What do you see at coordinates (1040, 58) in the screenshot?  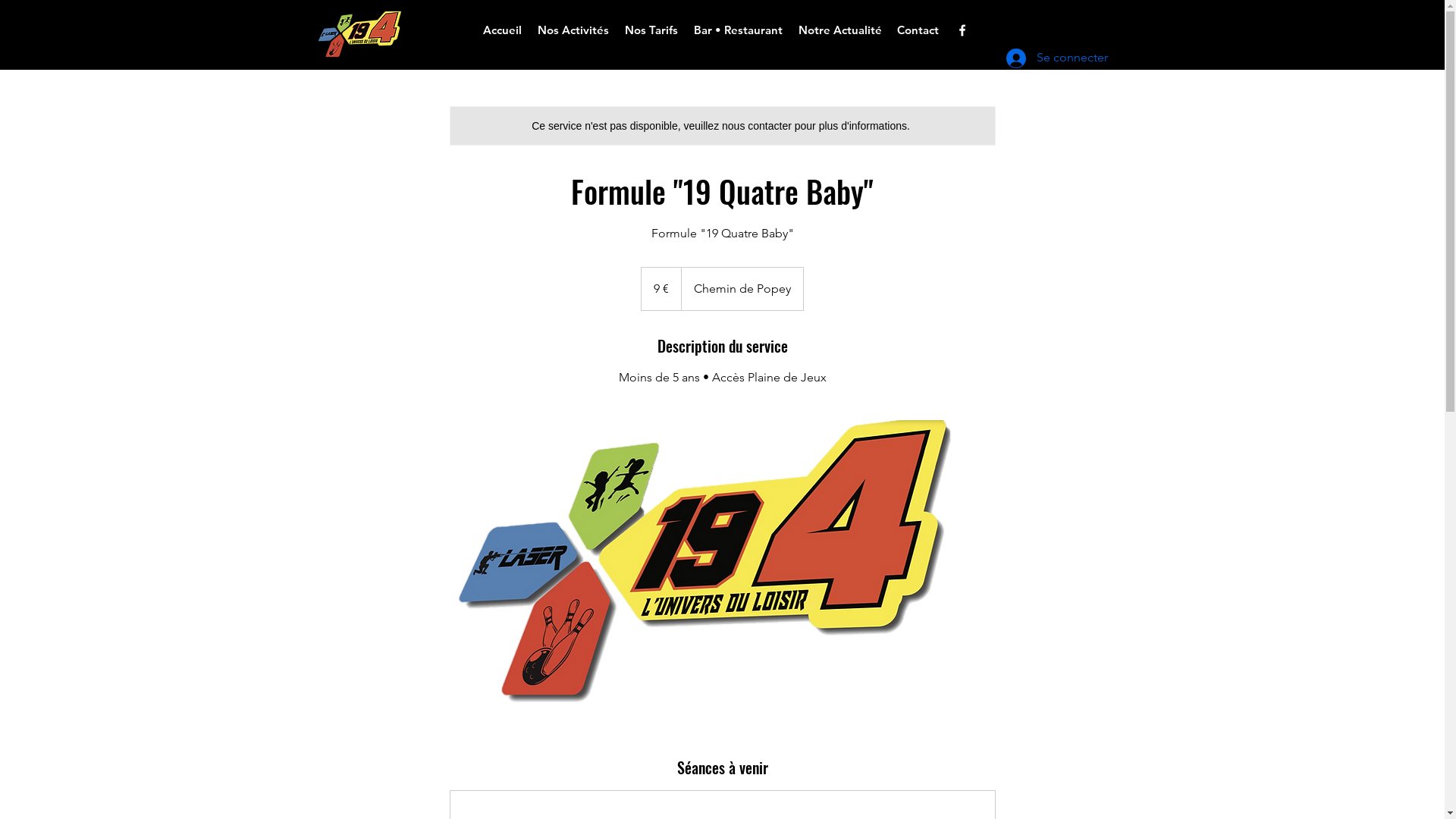 I see `'Se connecter'` at bounding box center [1040, 58].